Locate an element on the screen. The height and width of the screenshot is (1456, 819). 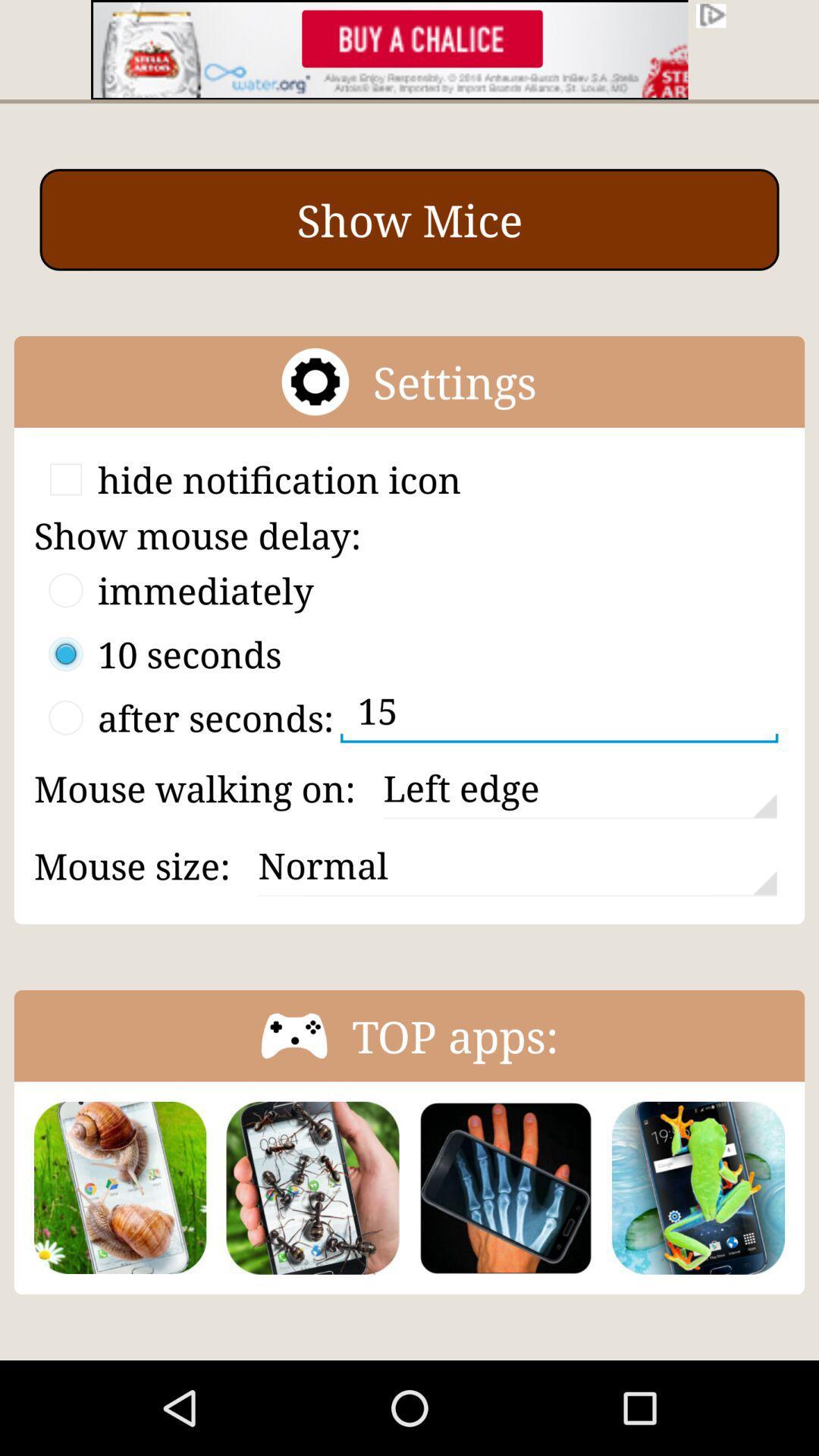
advertisement is located at coordinates (409, 49).